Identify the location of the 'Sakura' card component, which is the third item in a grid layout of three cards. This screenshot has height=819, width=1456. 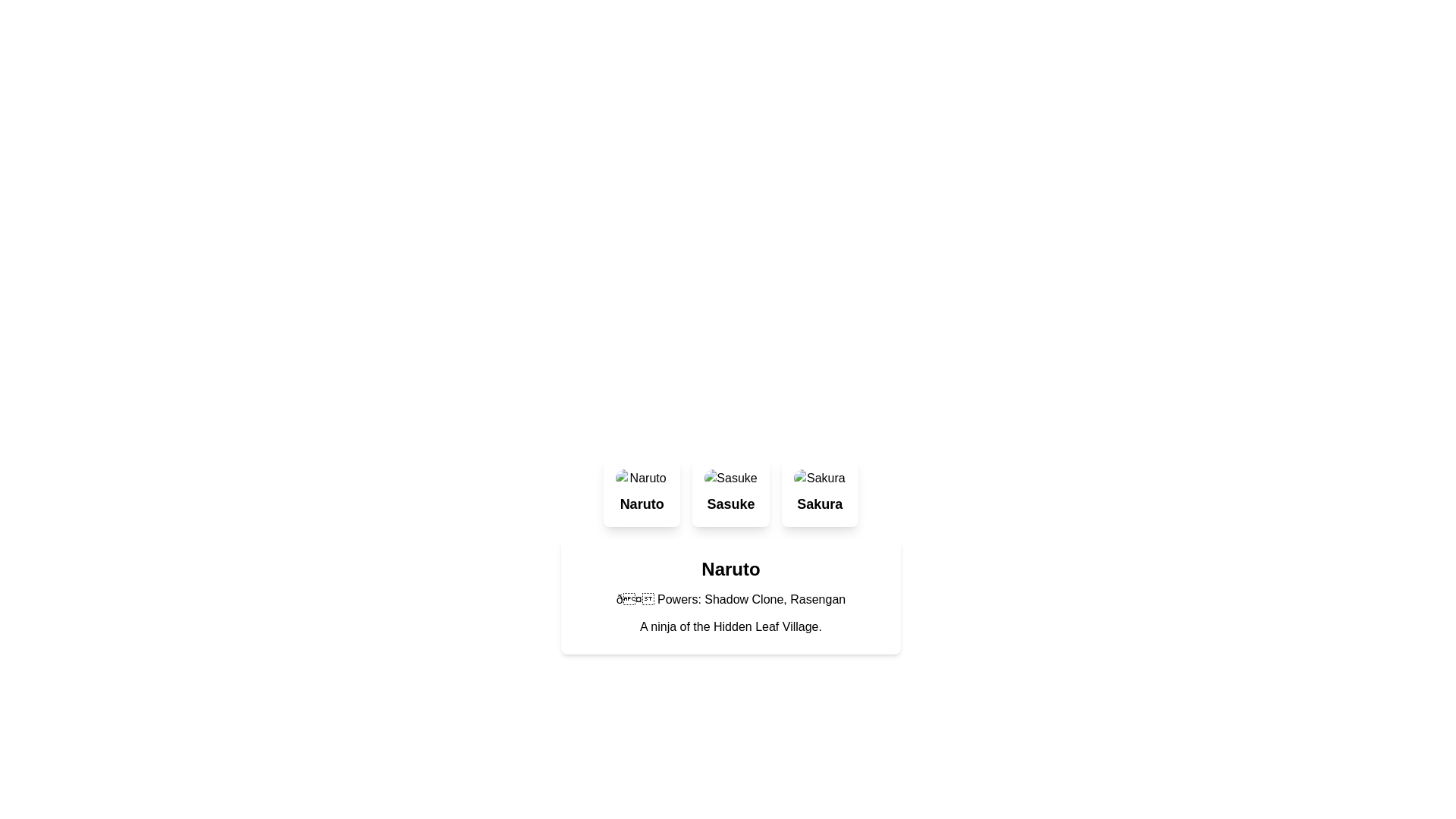
(819, 491).